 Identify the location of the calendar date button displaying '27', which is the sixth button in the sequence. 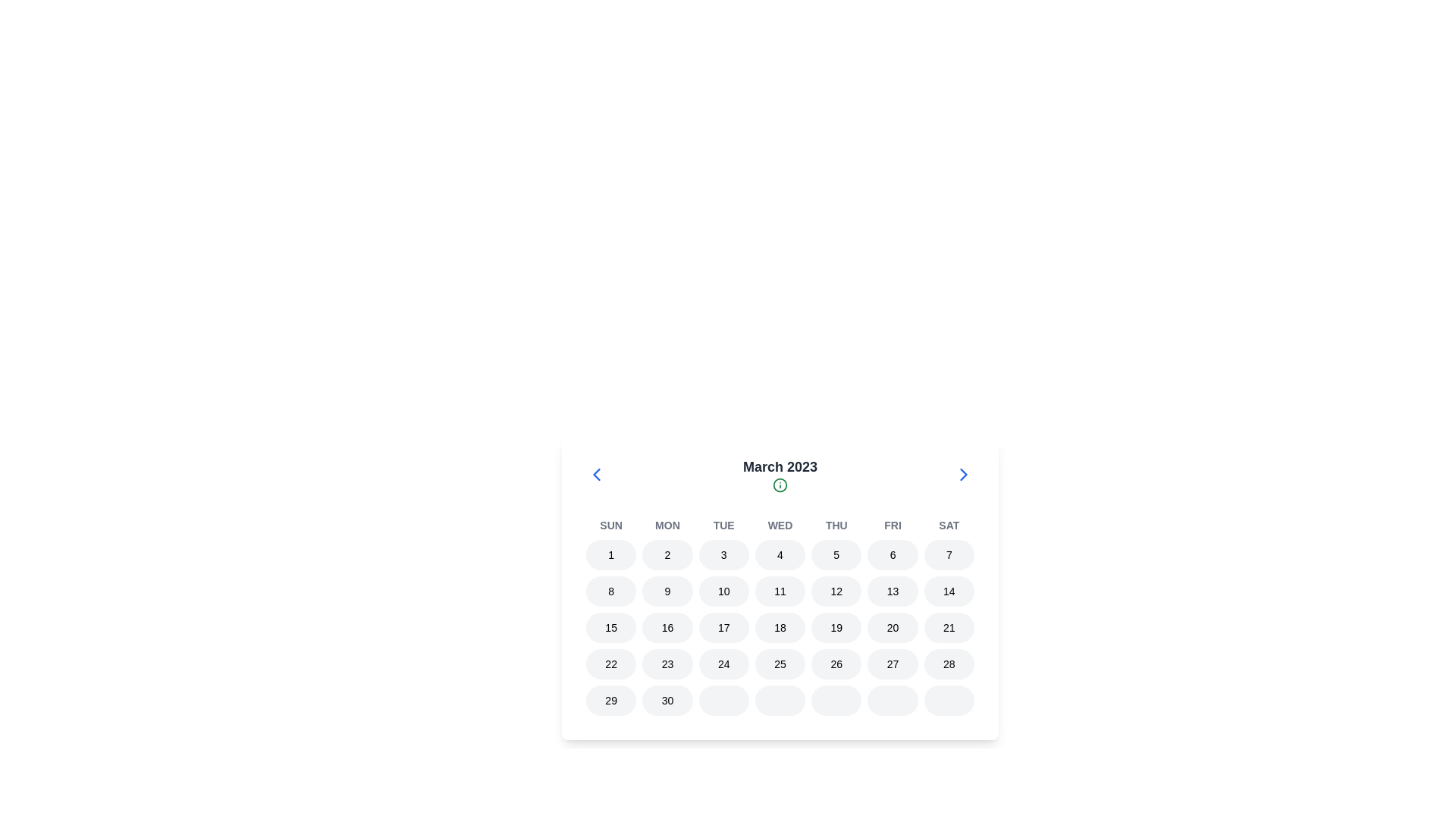
(893, 663).